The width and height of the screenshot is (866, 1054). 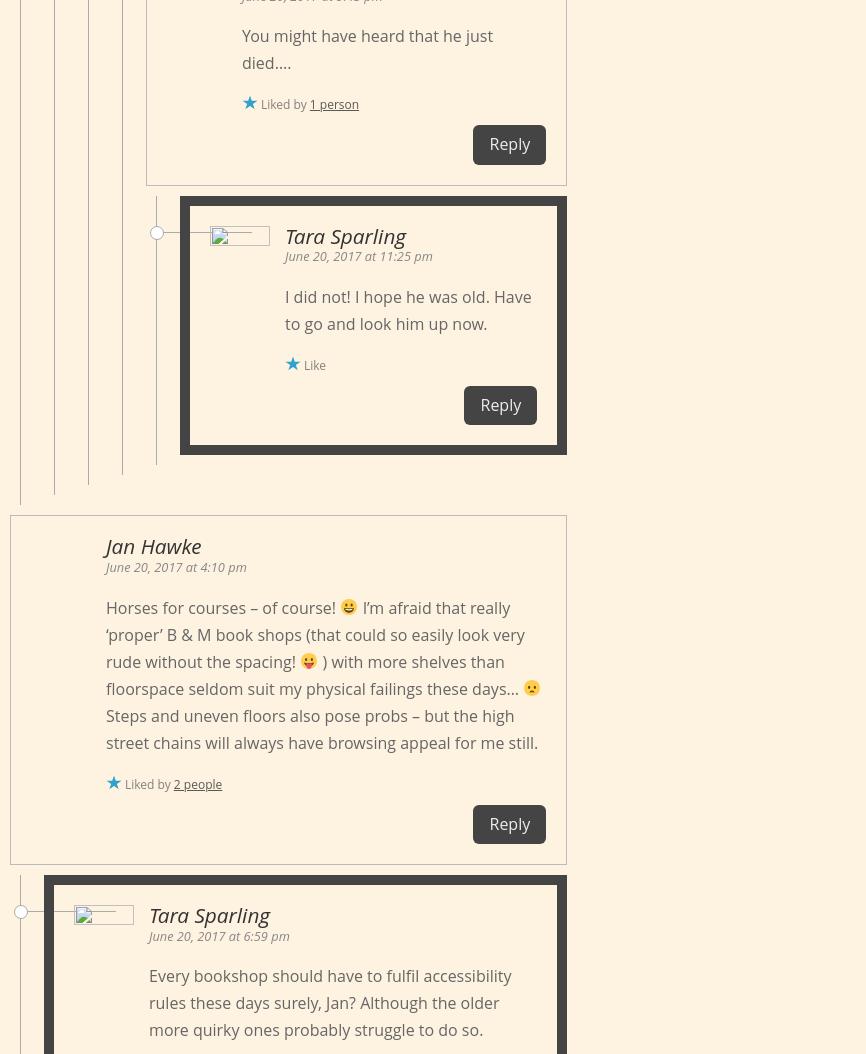 What do you see at coordinates (333, 103) in the screenshot?
I see `'1 person'` at bounding box center [333, 103].